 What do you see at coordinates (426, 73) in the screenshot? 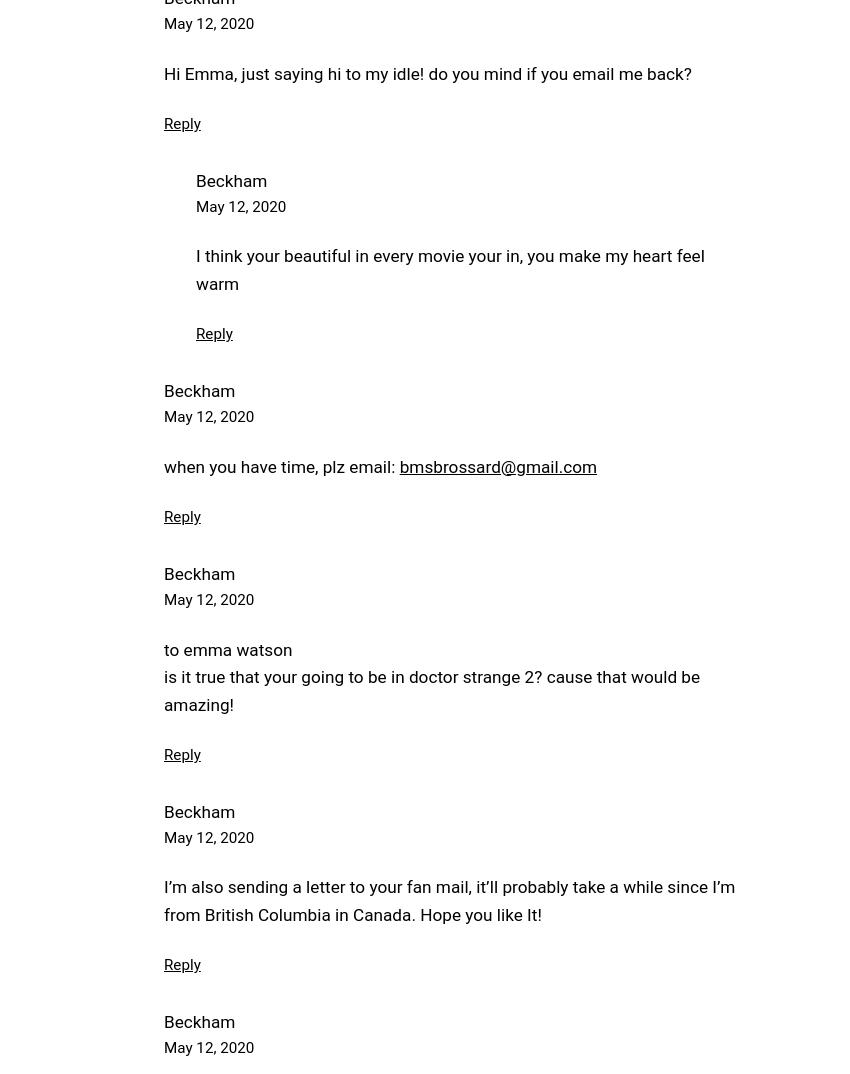
I see `'Hi Emma, just saying hi to my idle! do you mind if you email me back?'` at bounding box center [426, 73].